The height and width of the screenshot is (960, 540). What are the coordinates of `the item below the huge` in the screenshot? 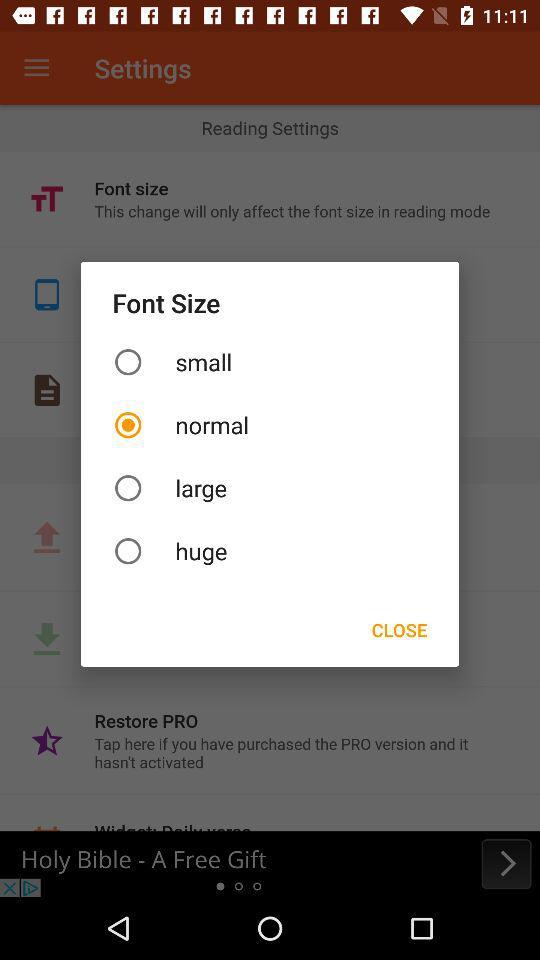 It's located at (399, 628).